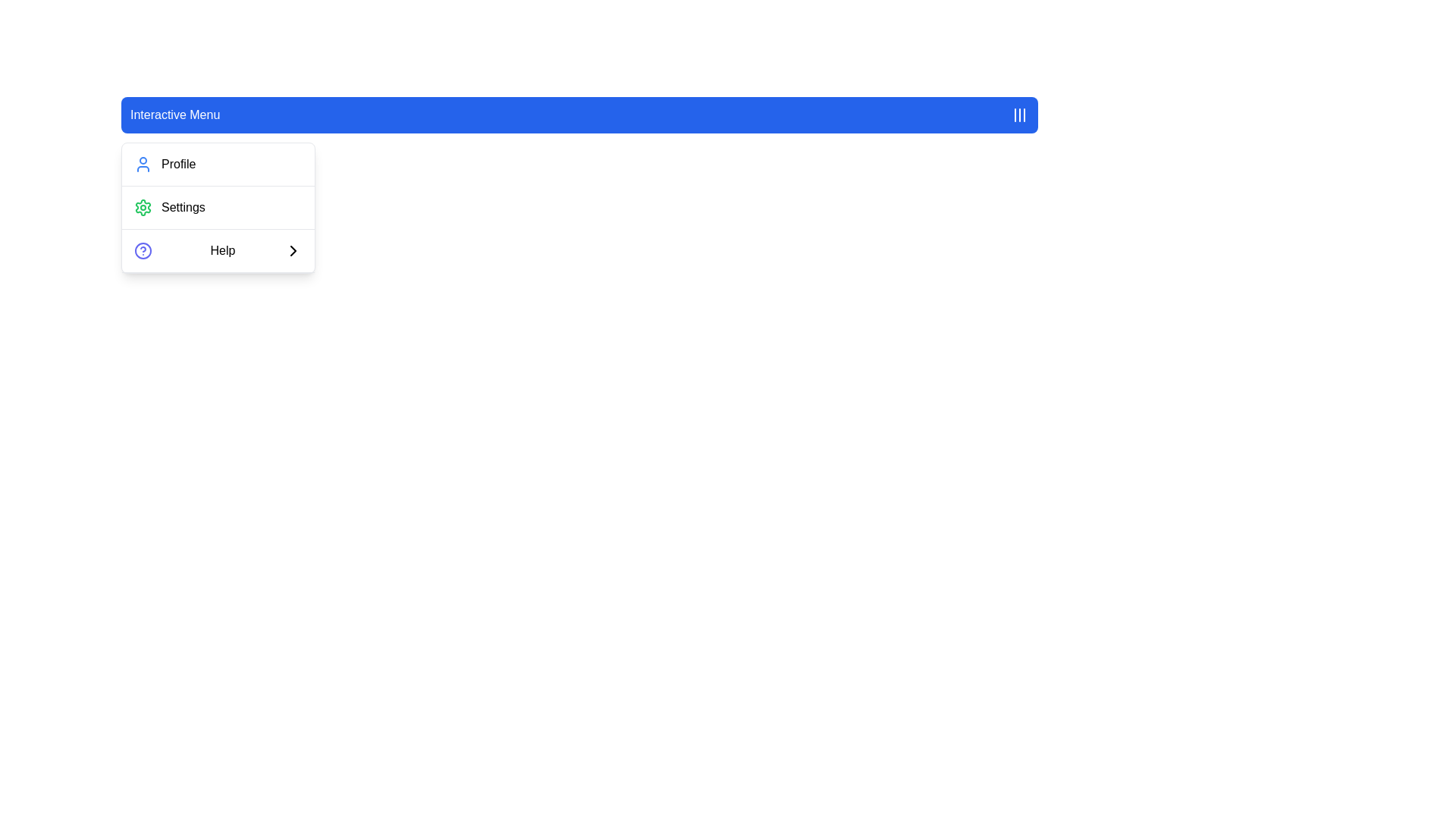 The width and height of the screenshot is (1456, 819). What do you see at coordinates (143, 250) in the screenshot?
I see `the circular graphic icon located in the 'Help' option of the vertical menu list, which is the third item in the list` at bounding box center [143, 250].